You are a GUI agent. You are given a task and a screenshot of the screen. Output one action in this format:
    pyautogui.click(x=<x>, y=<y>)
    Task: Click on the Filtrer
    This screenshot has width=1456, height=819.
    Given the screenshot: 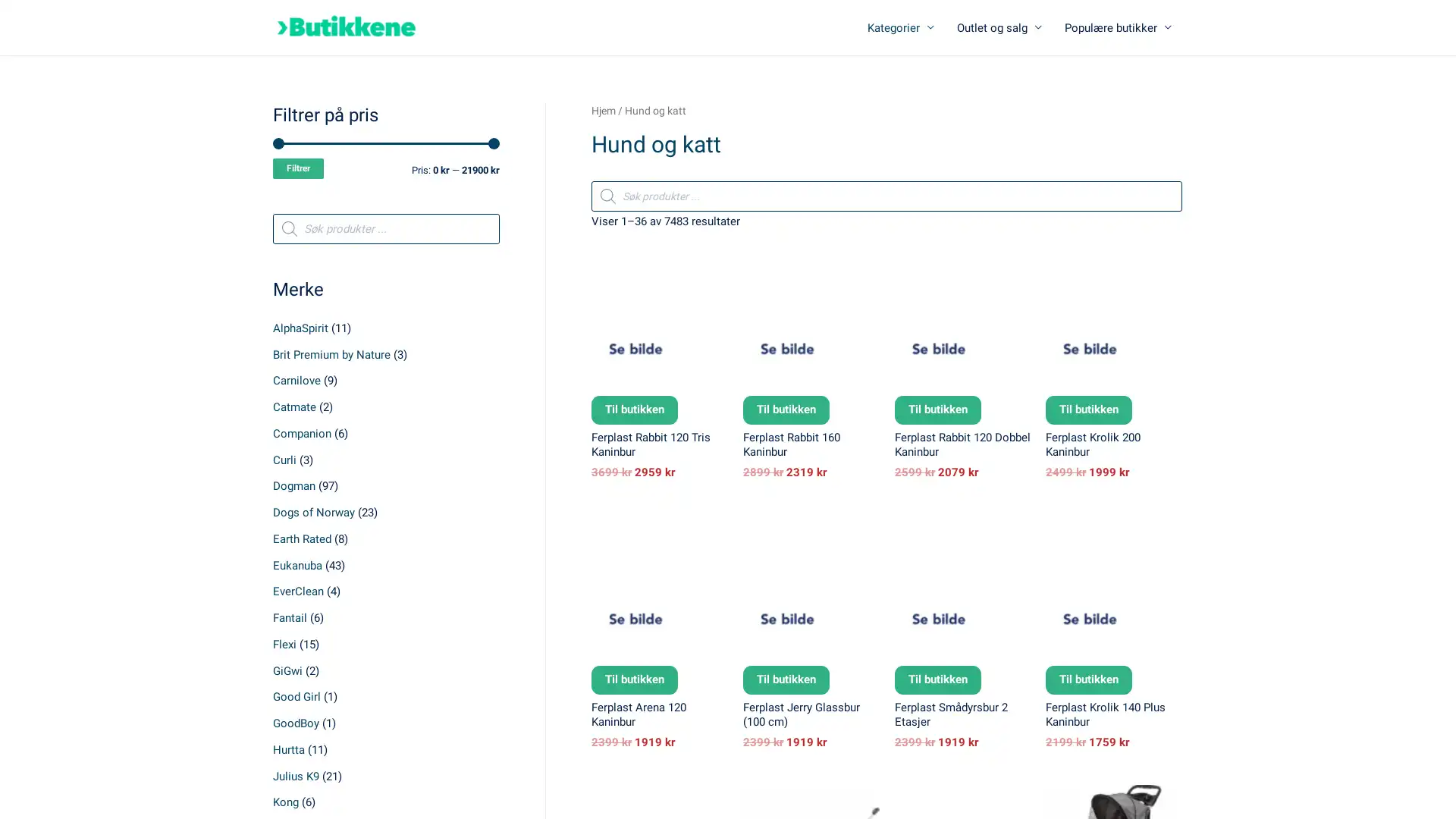 What is the action you would take?
    pyautogui.click(x=298, y=168)
    